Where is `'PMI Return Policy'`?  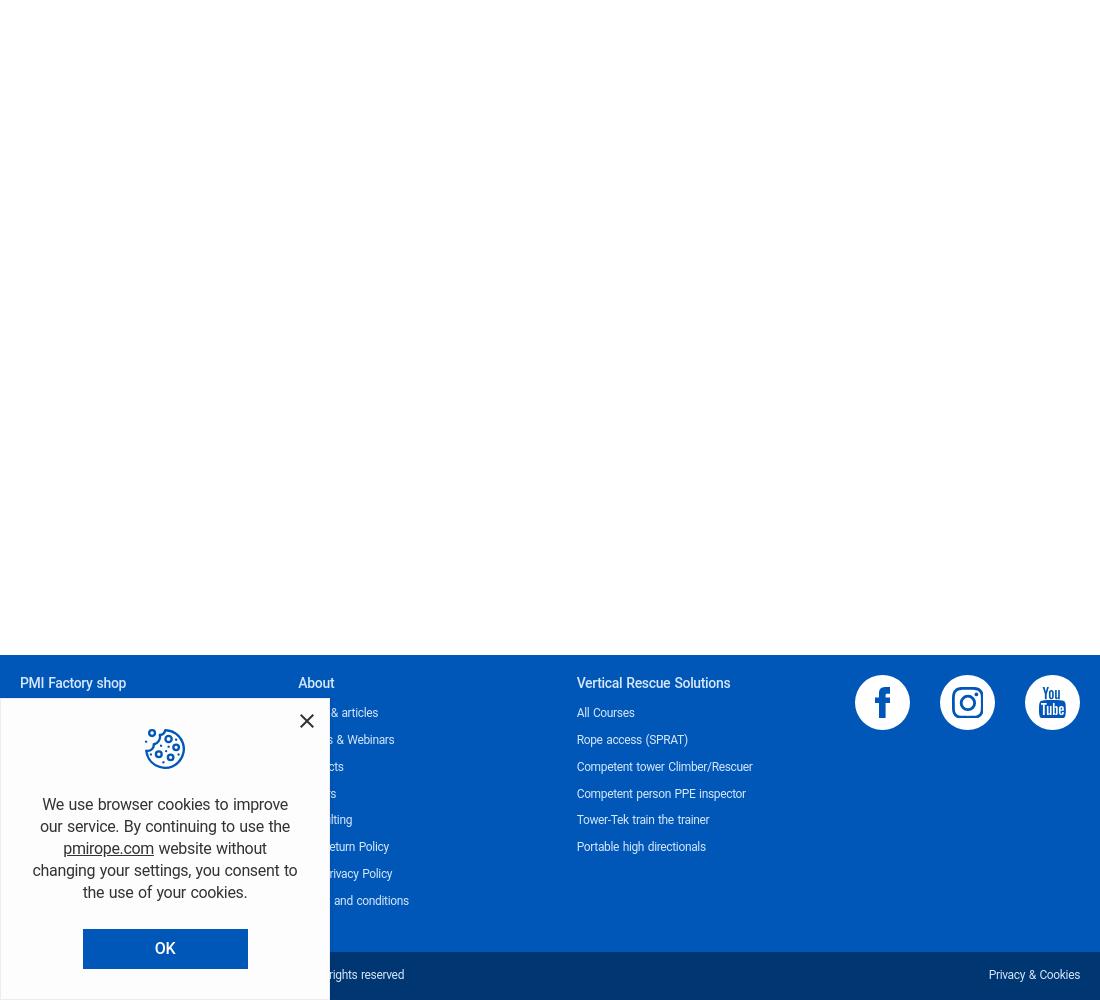 'PMI Return Policy' is located at coordinates (296, 846).